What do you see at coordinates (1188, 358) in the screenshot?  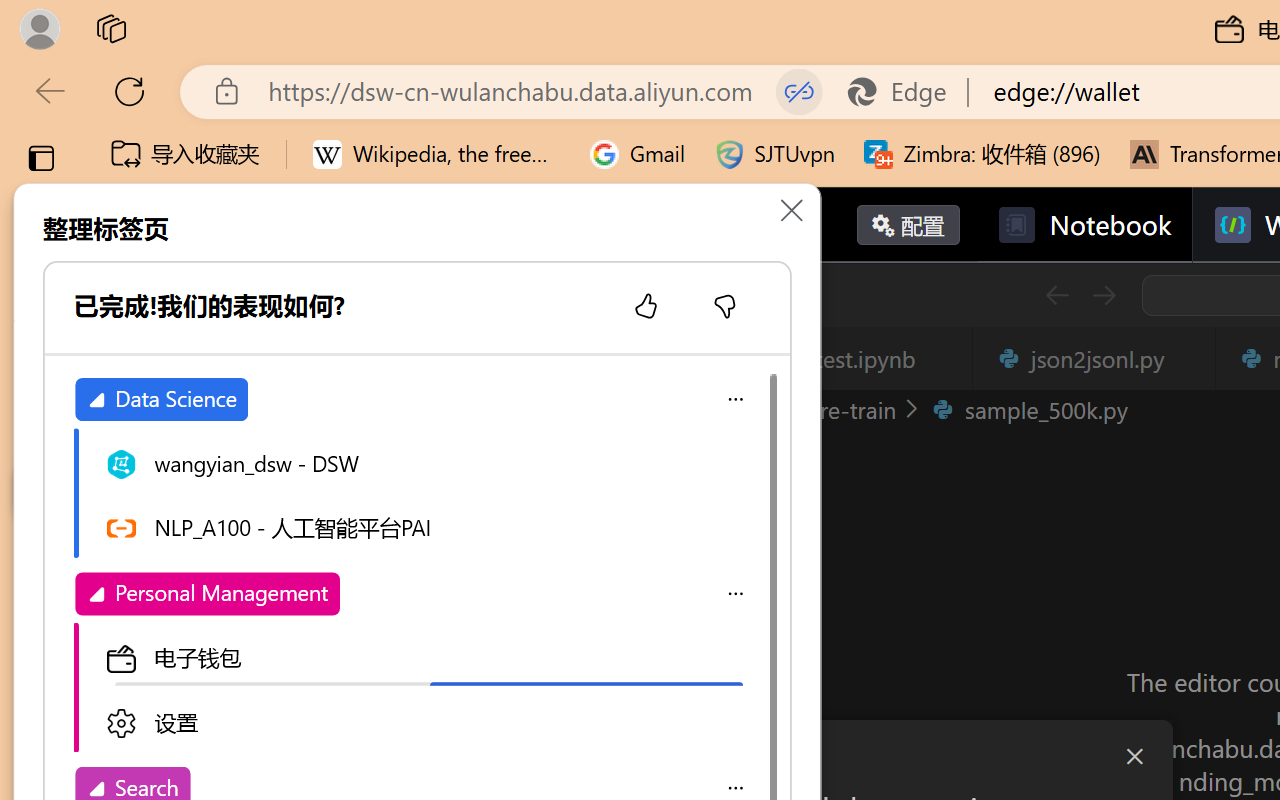 I see `'Tab actions'` at bounding box center [1188, 358].